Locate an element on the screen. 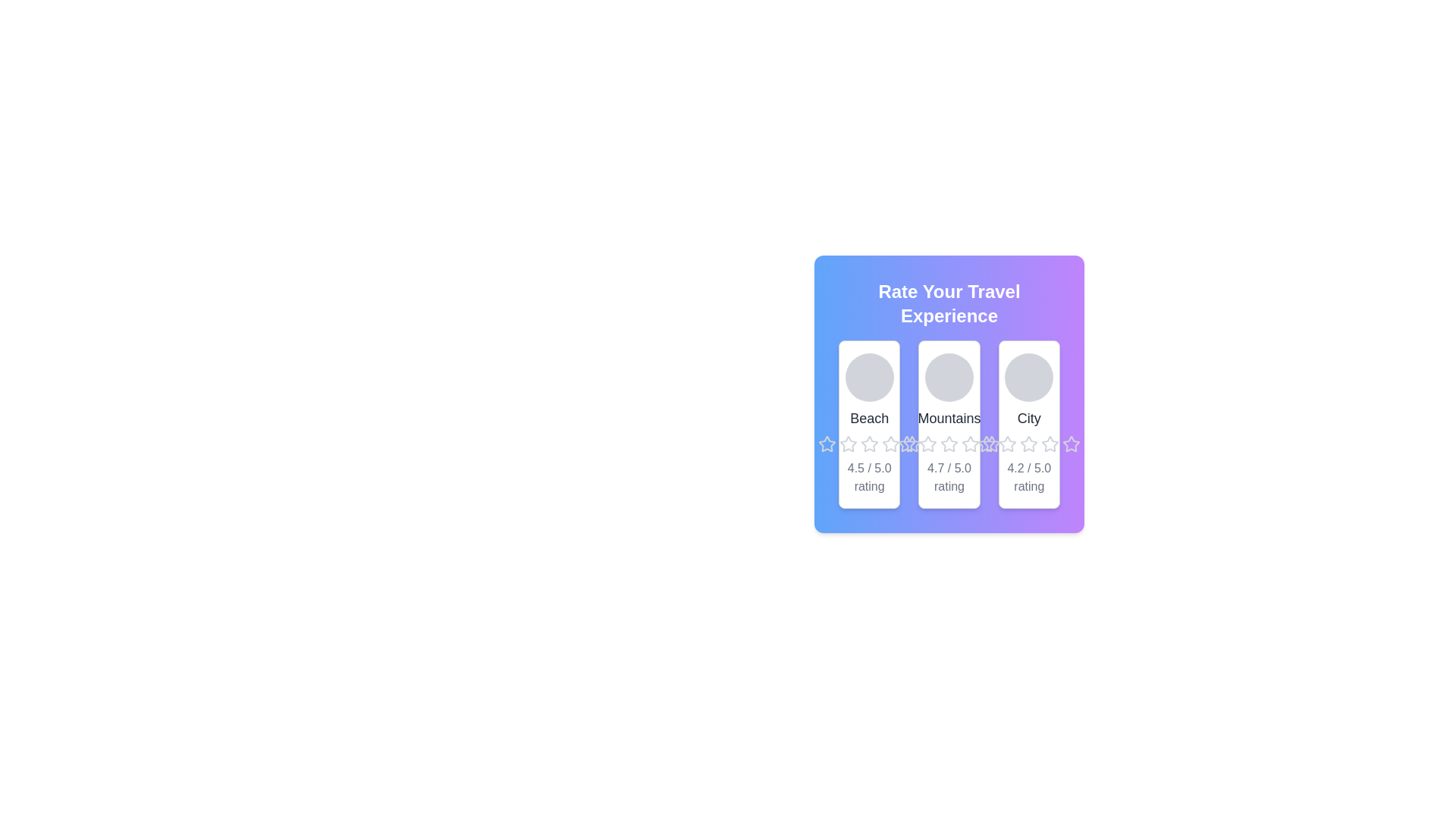 This screenshot has width=1456, height=819. the last star-shaped icon in the rating interface under the 'Mountains' card is located at coordinates (911, 444).